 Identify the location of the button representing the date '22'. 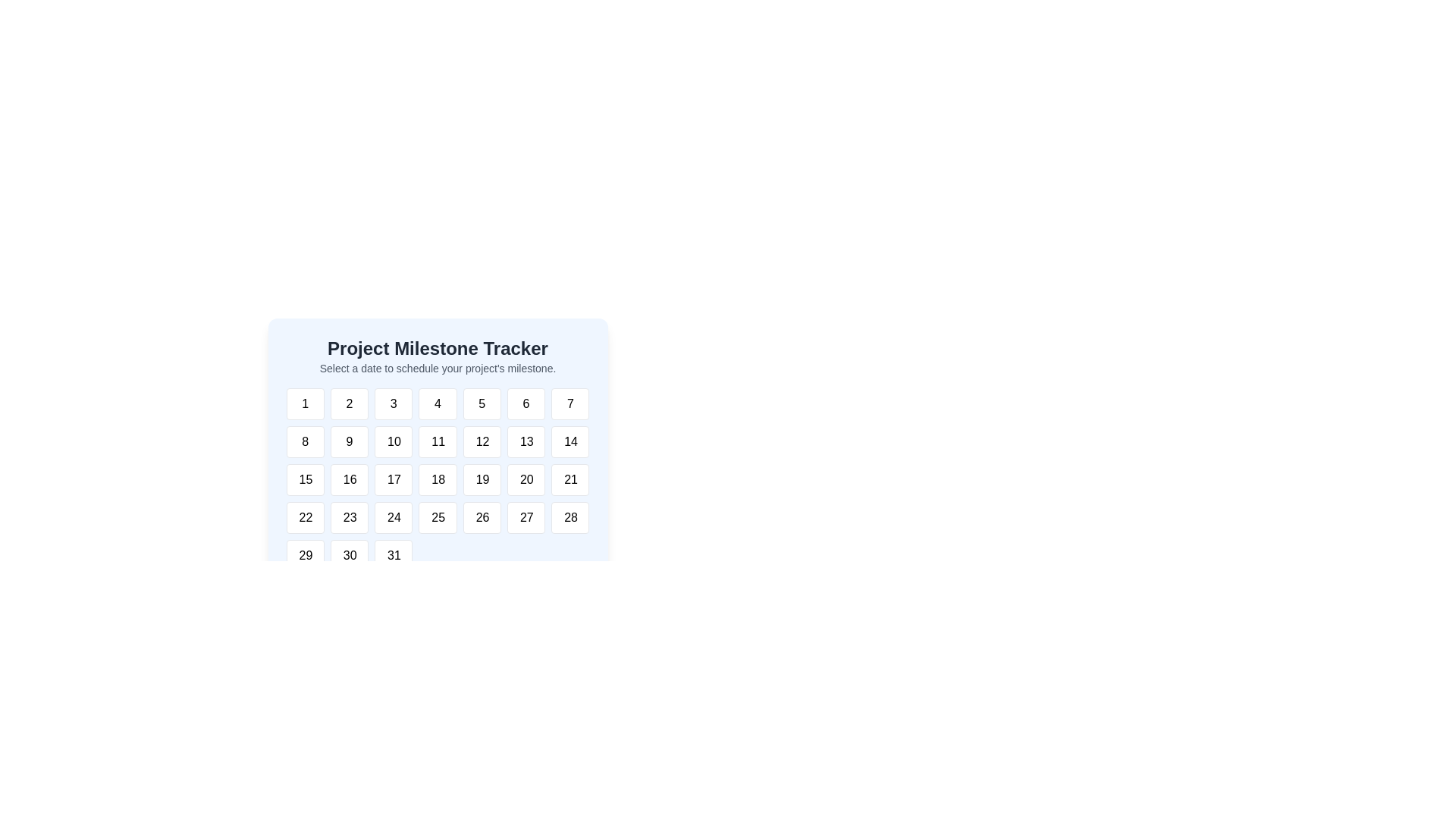
(304, 516).